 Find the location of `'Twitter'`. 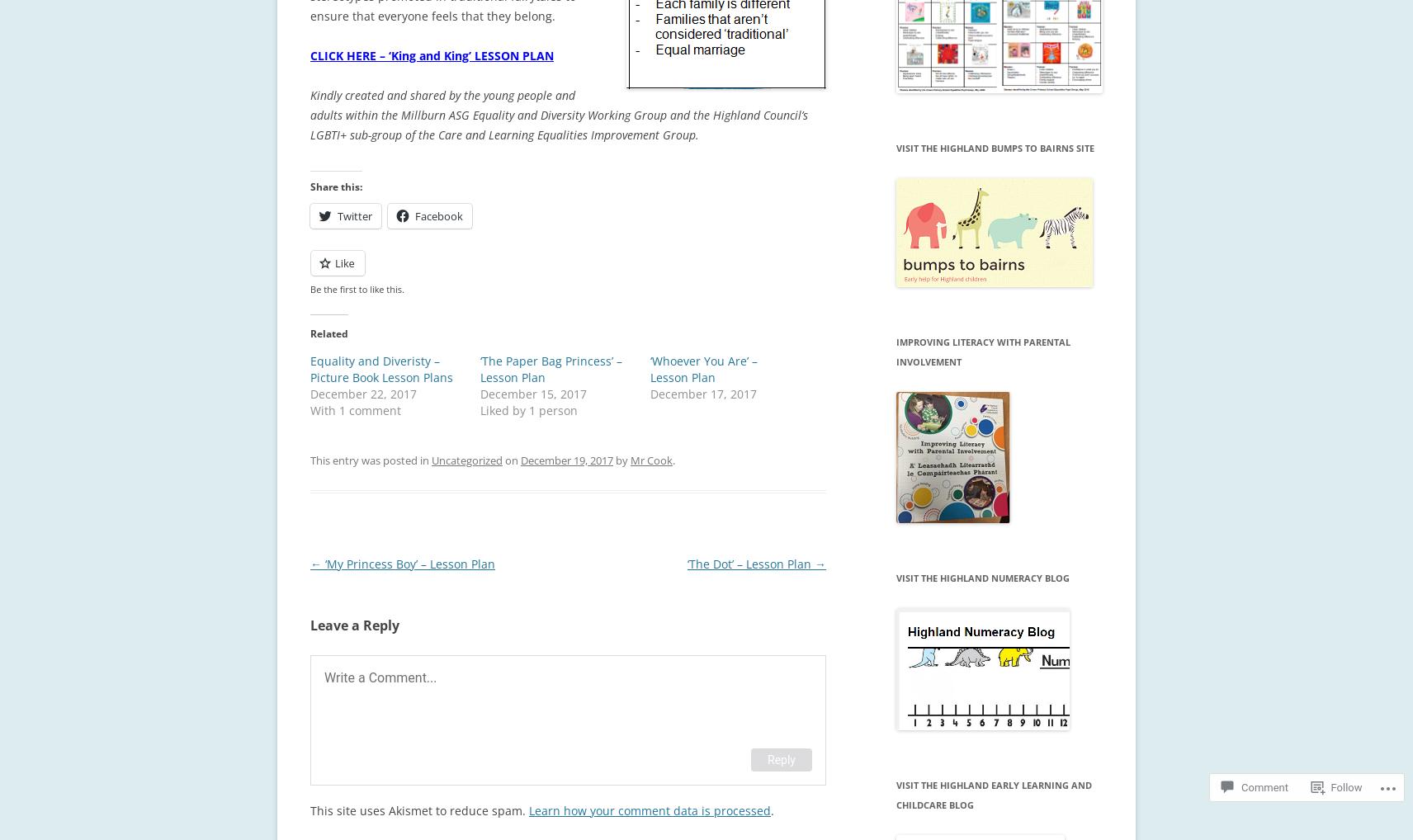

'Twitter' is located at coordinates (354, 215).